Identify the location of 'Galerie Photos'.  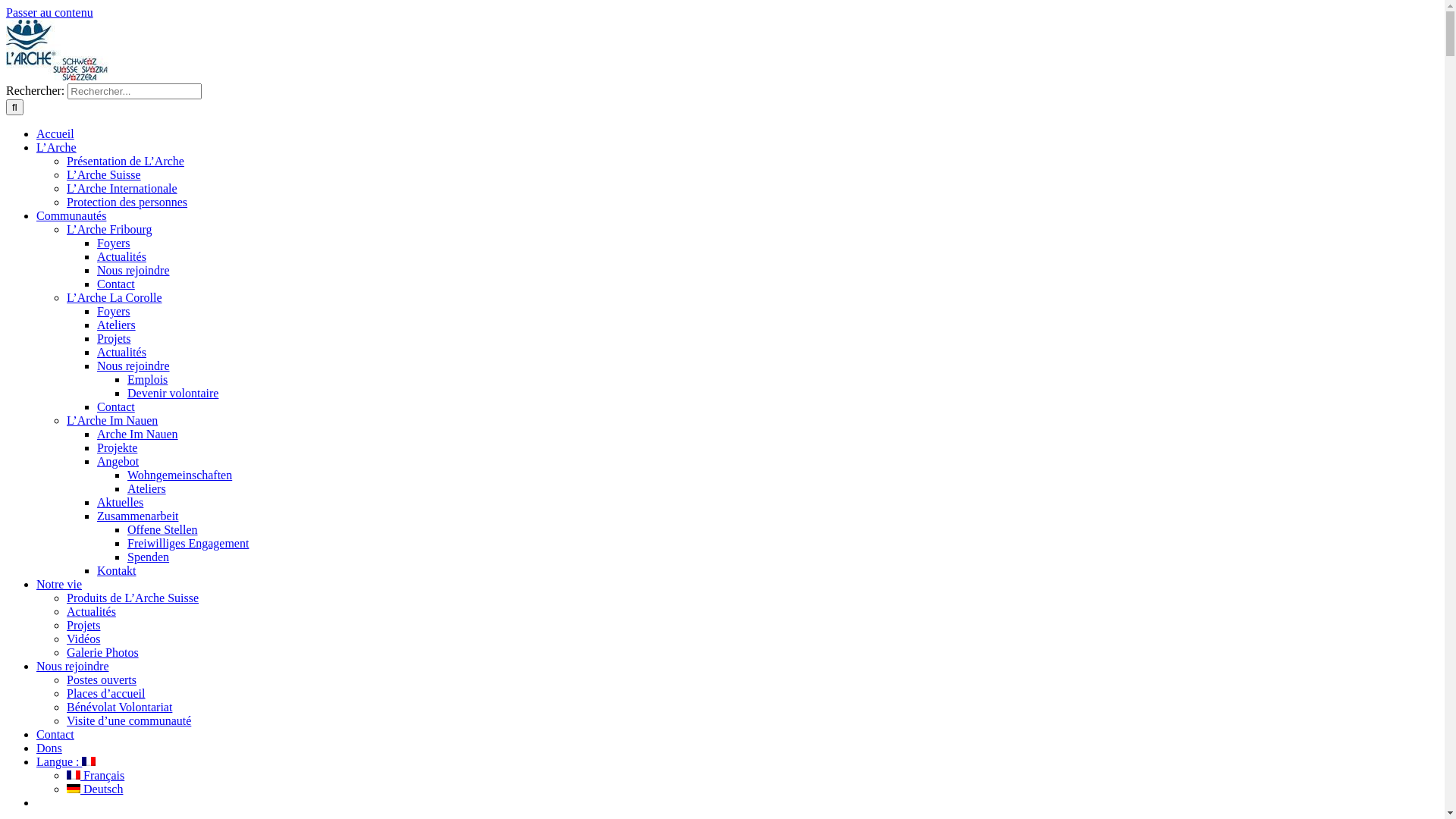
(102, 651).